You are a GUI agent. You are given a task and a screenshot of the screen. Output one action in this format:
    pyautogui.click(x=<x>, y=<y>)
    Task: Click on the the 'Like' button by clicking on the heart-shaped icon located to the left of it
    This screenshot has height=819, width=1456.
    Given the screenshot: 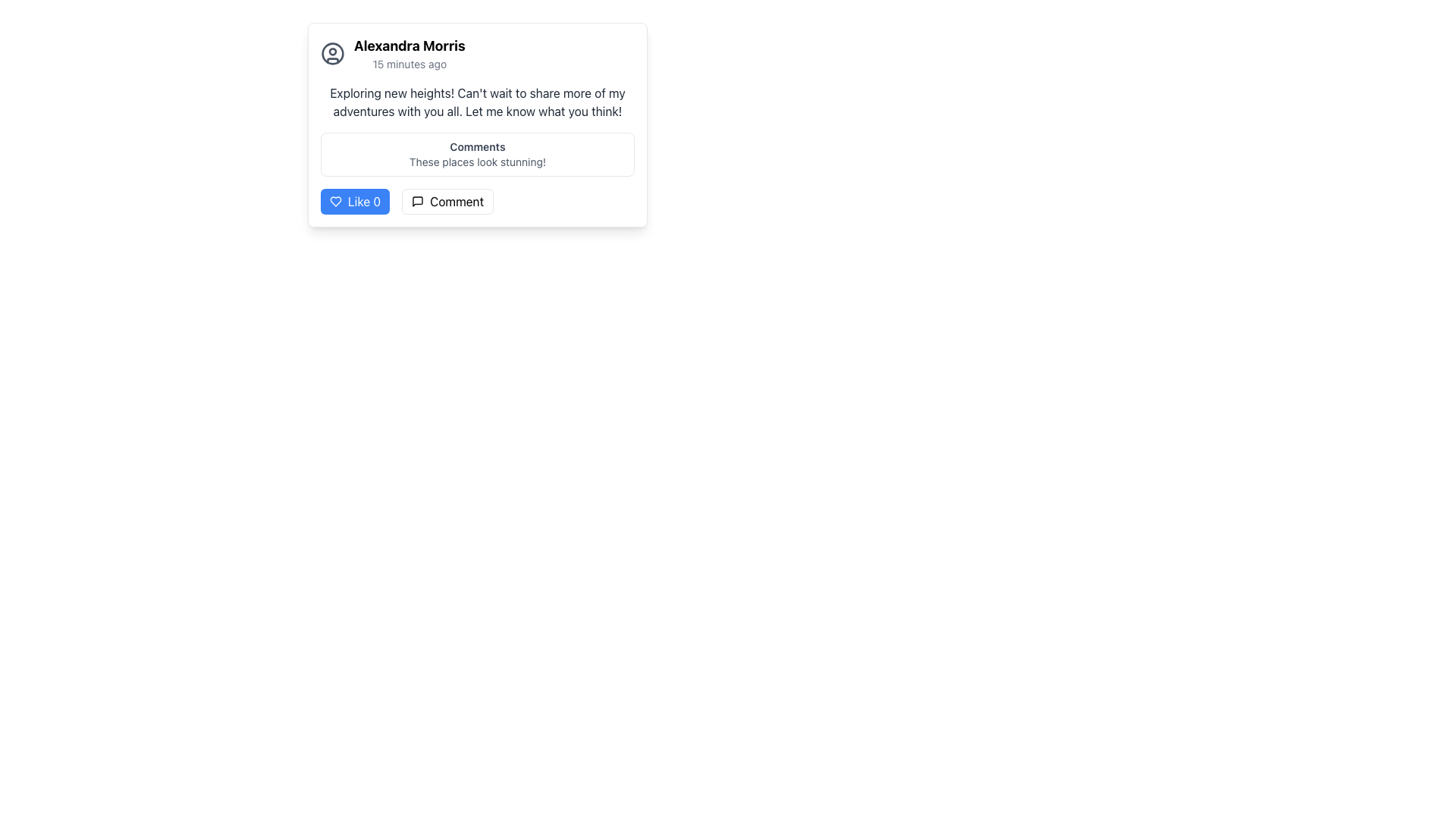 What is the action you would take?
    pyautogui.click(x=334, y=201)
    